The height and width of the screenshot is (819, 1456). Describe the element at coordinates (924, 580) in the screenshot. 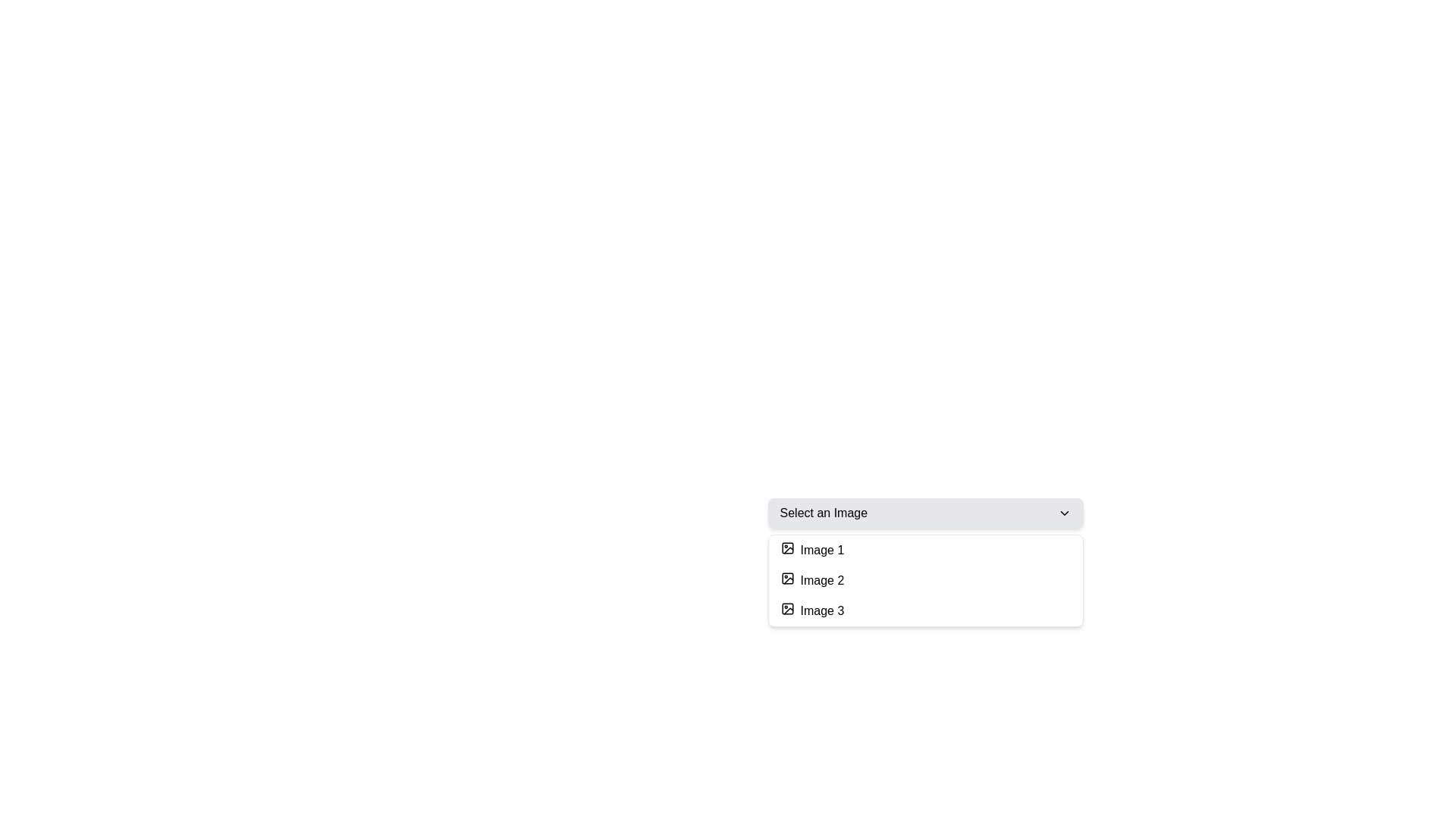

I see `the 'Image 2' entry in the dropdown menu` at that location.